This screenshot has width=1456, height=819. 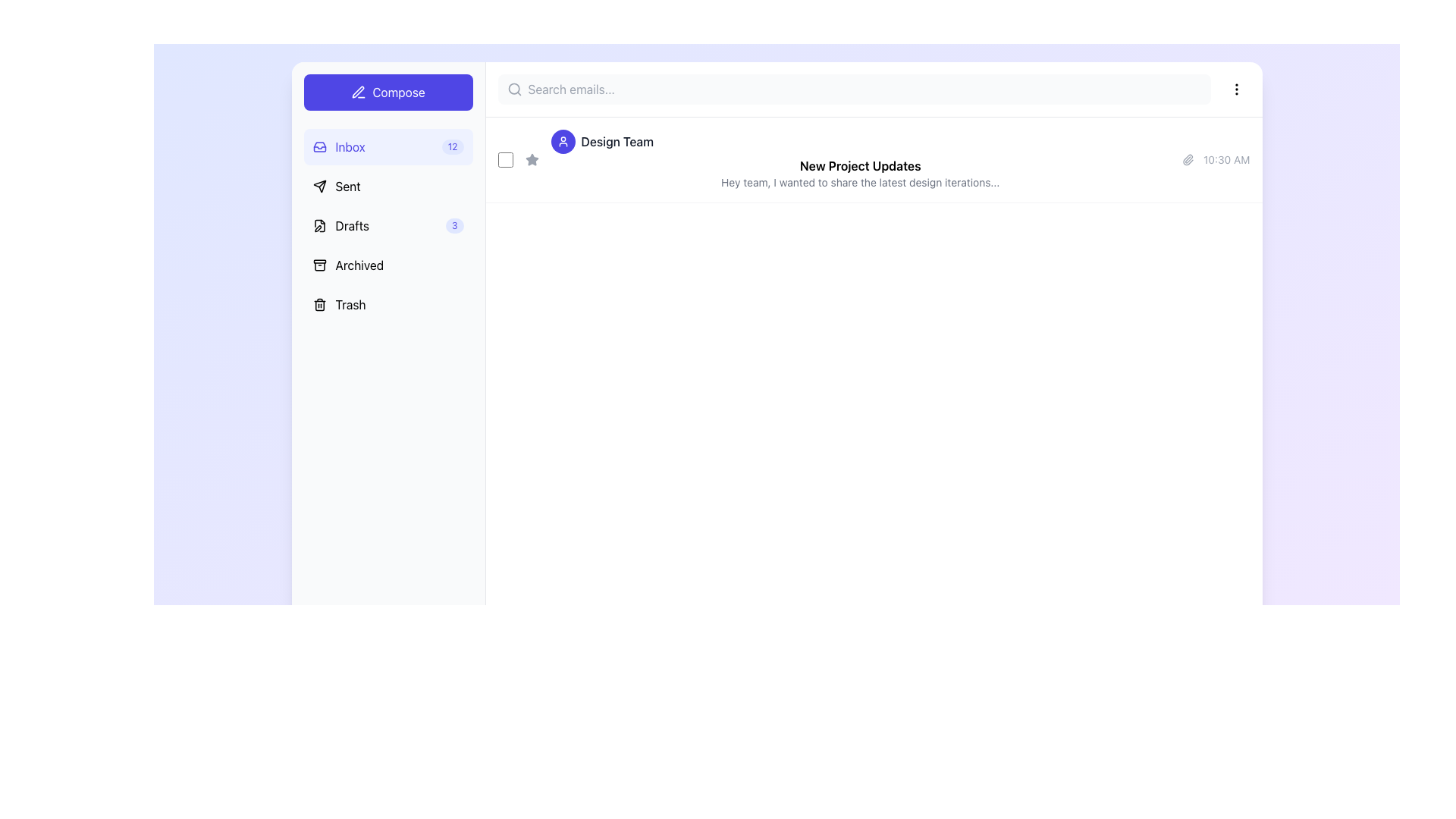 I want to click on the inner circle of the magnifying glass icon located at the left side of the search bar at the top of the interface, so click(x=513, y=89).